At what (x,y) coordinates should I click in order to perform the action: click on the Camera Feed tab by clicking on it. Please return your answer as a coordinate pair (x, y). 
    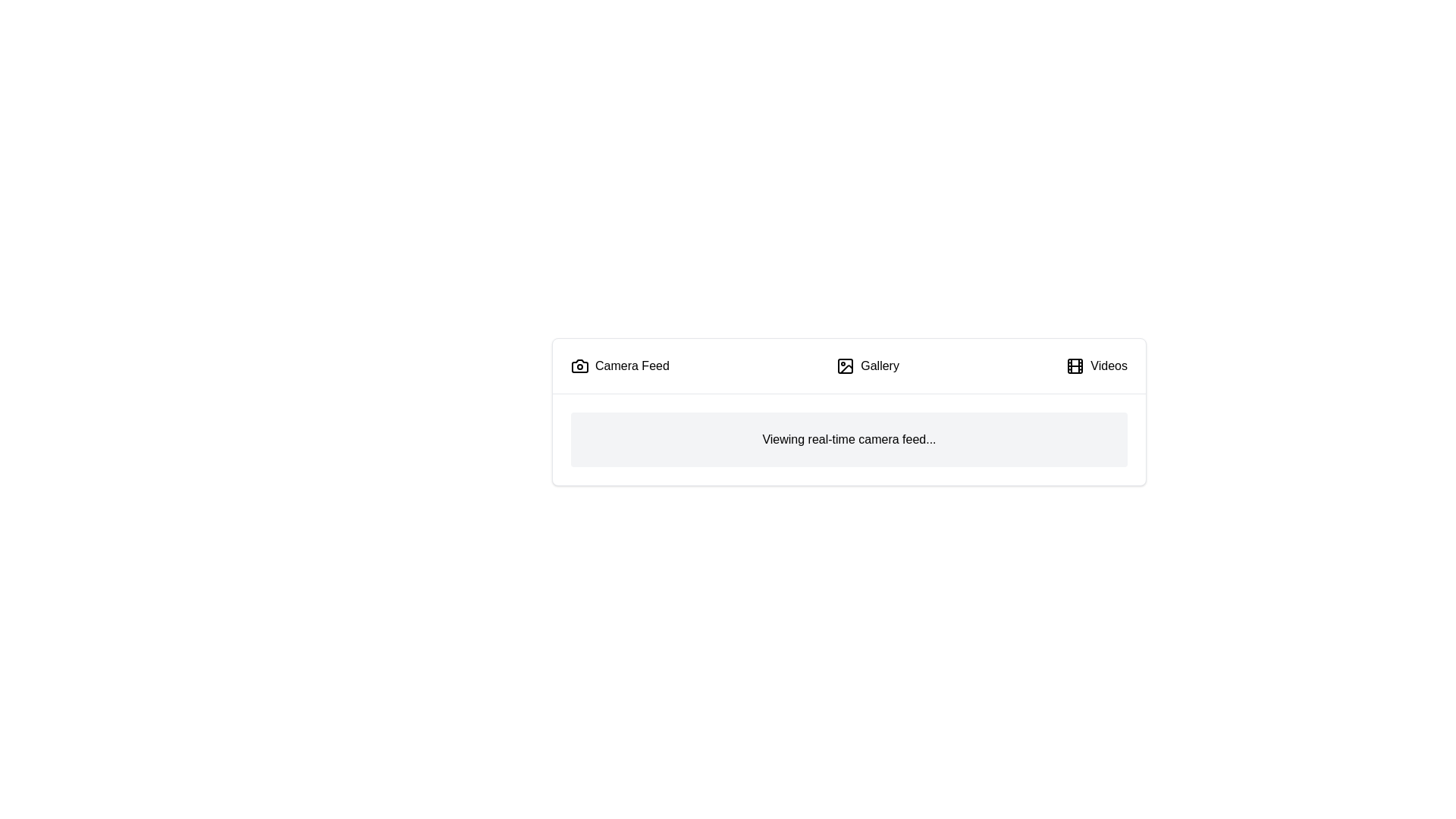
    Looking at the image, I should click on (619, 366).